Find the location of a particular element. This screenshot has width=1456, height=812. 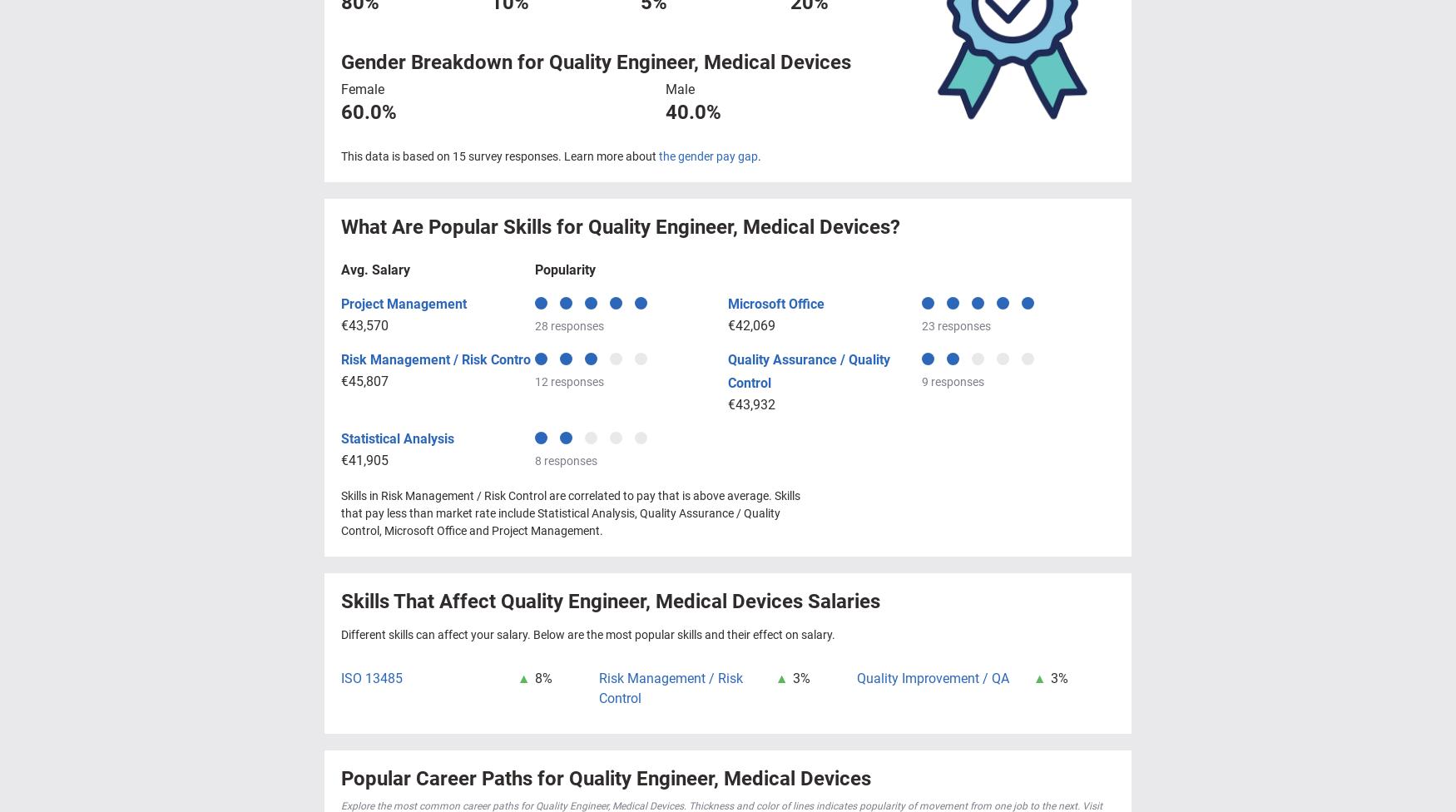

'What Are Popular Skills for' is located at coordinates (463, 226).